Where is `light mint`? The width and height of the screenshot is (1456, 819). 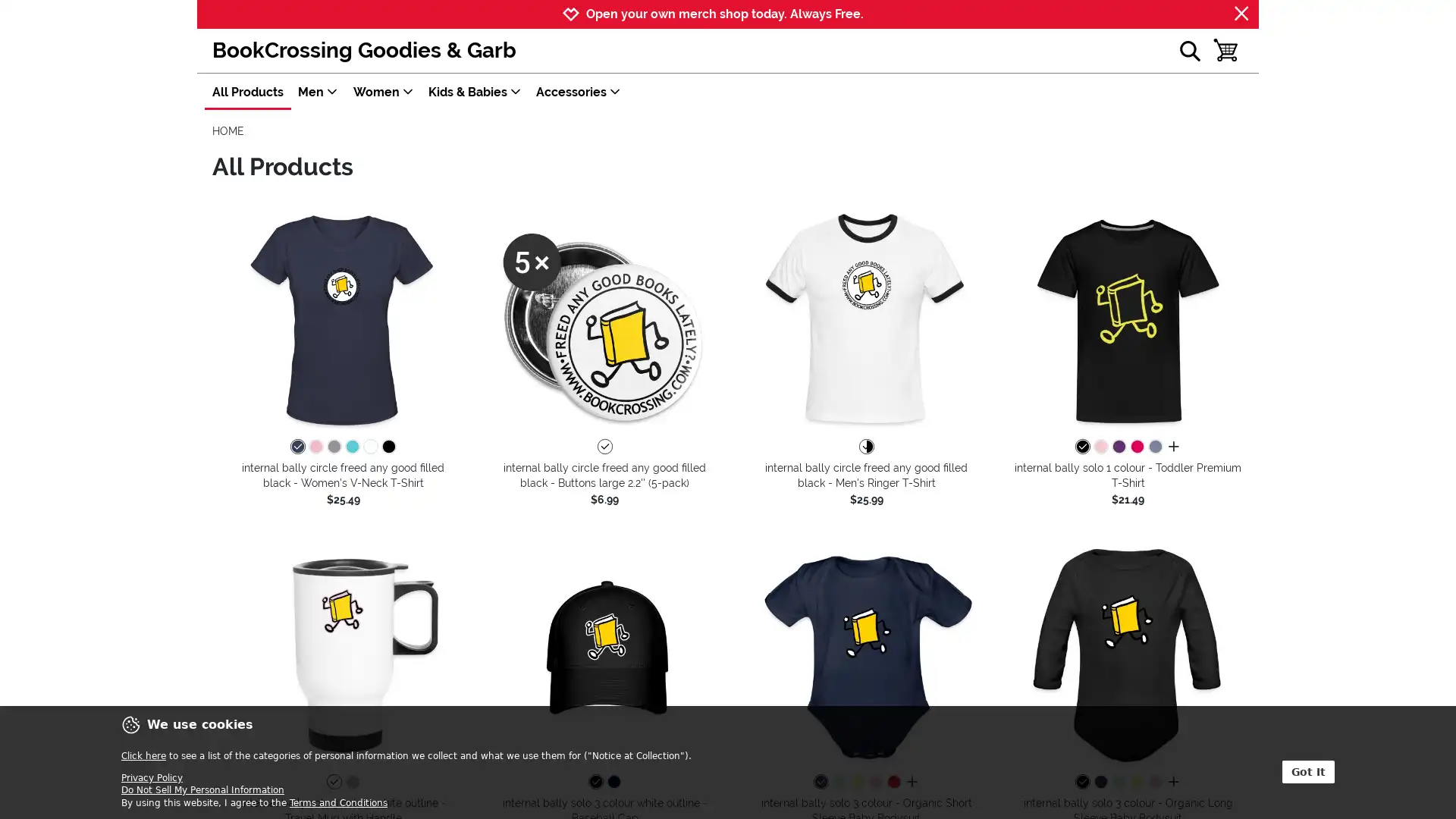
light mint is located at coordinates (837, 783).